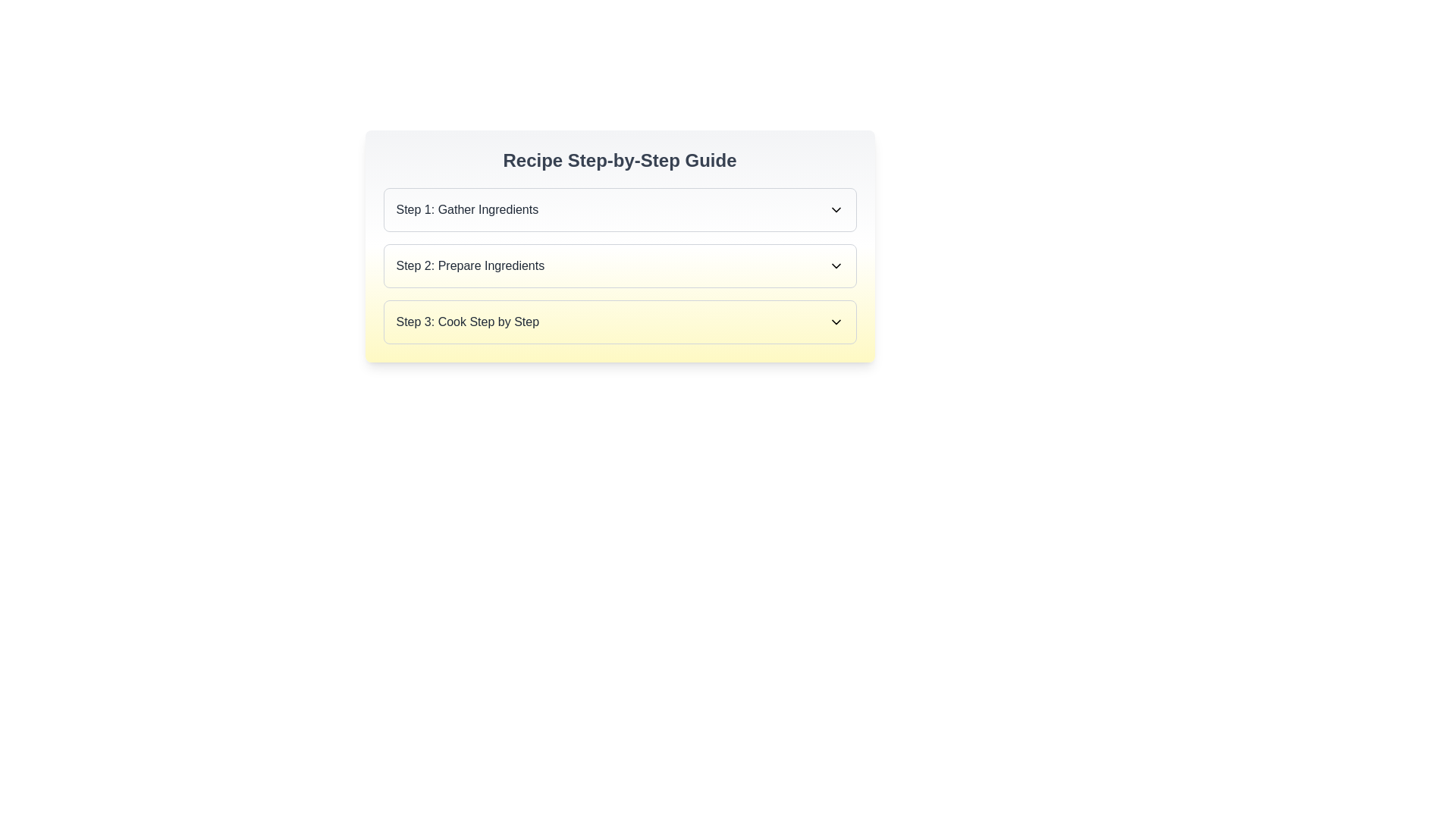 This screenshot has height=819, width=1456. I want to click on the expandable list item for 'Step 2: Prepare Ingredients', so click(620, 265).